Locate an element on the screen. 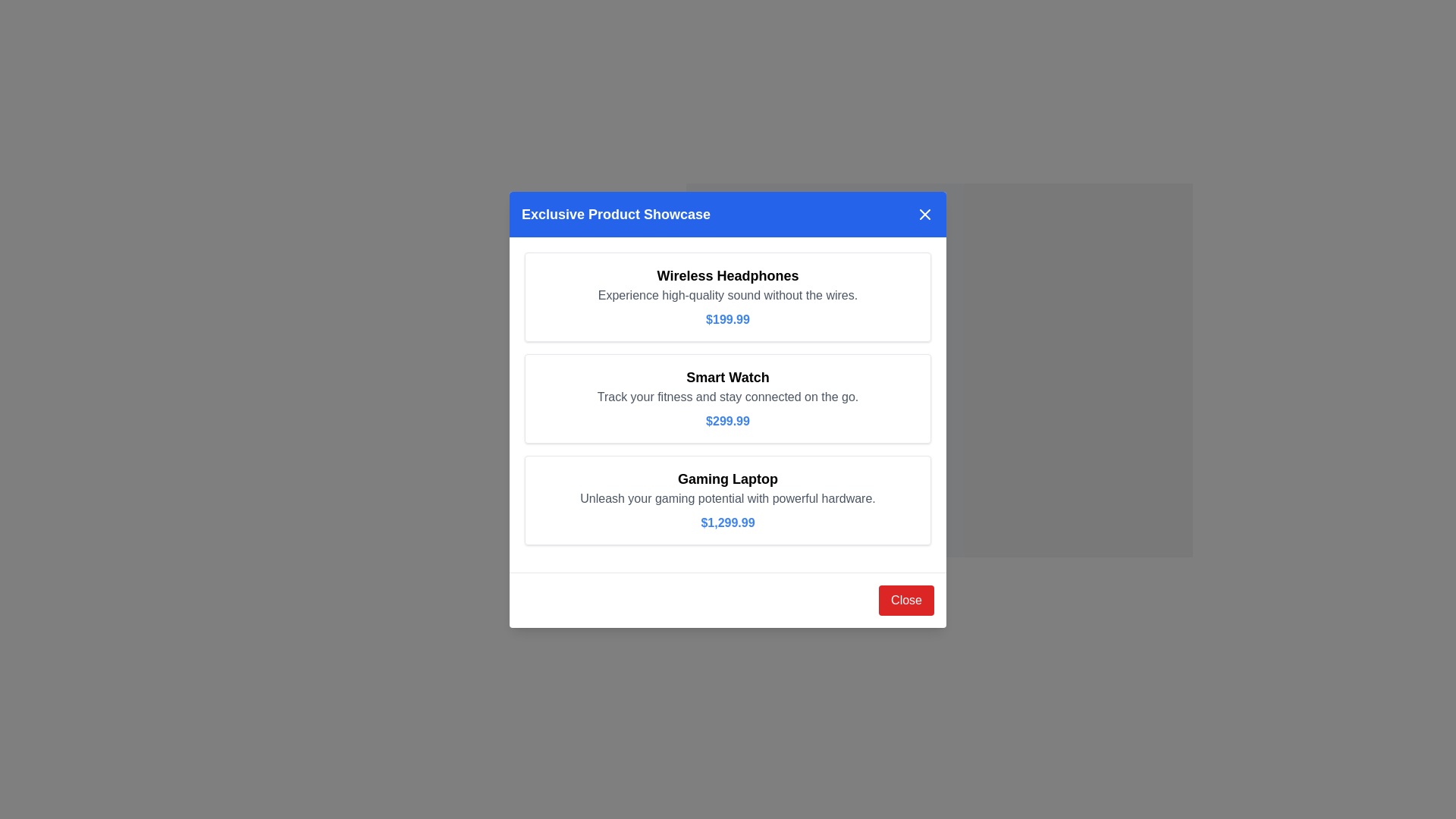 The height and width of the screenshot is (819, 1456). displayed information from the first Product Info Card located in the modal dialog, positioned above the 'Smart Watch' card is located at coordinates (728, 297).